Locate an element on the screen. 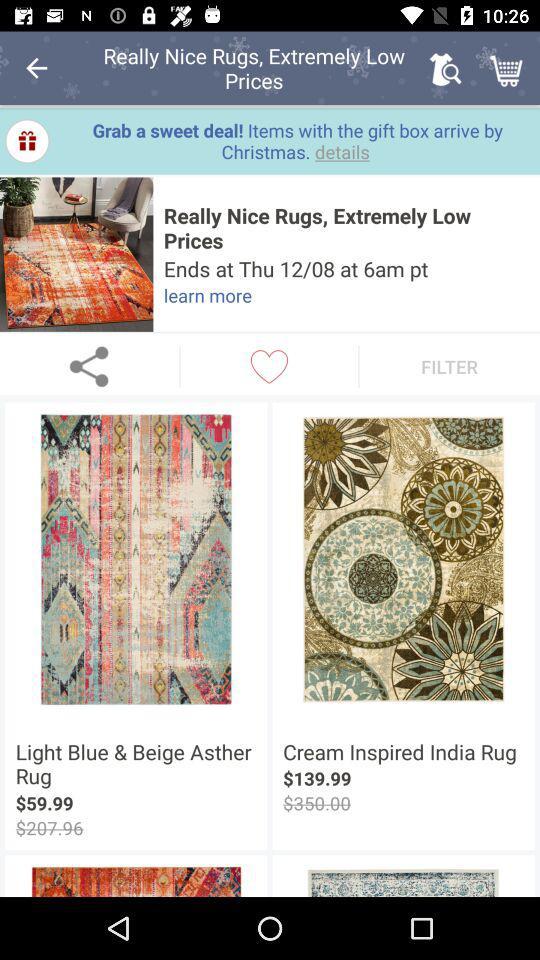  photo is located at coordinates (75, 253).